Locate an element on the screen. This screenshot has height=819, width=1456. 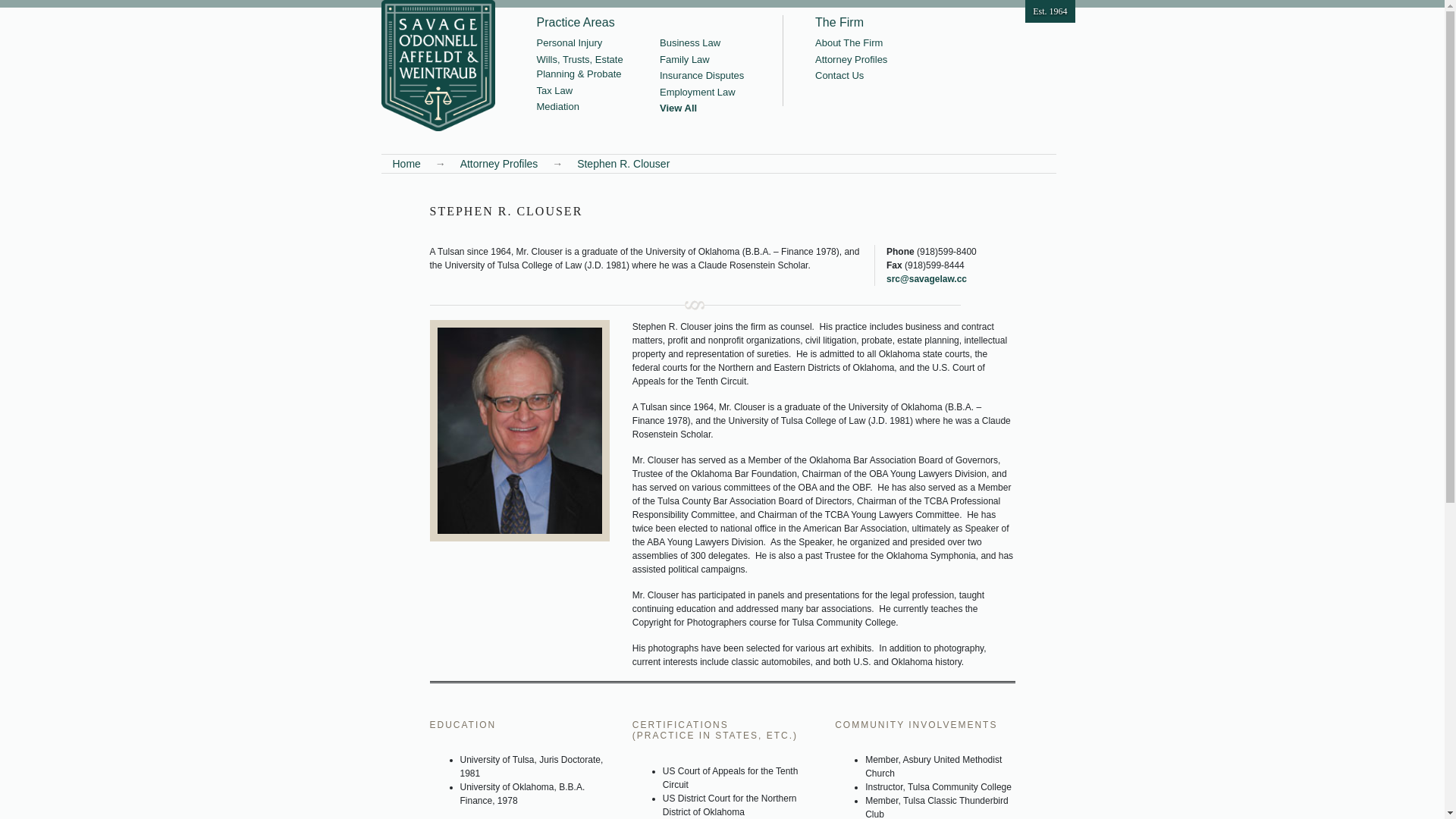
'Wills, Trusts, Estate Planning & Probate' is located at coordinates (537, 66).